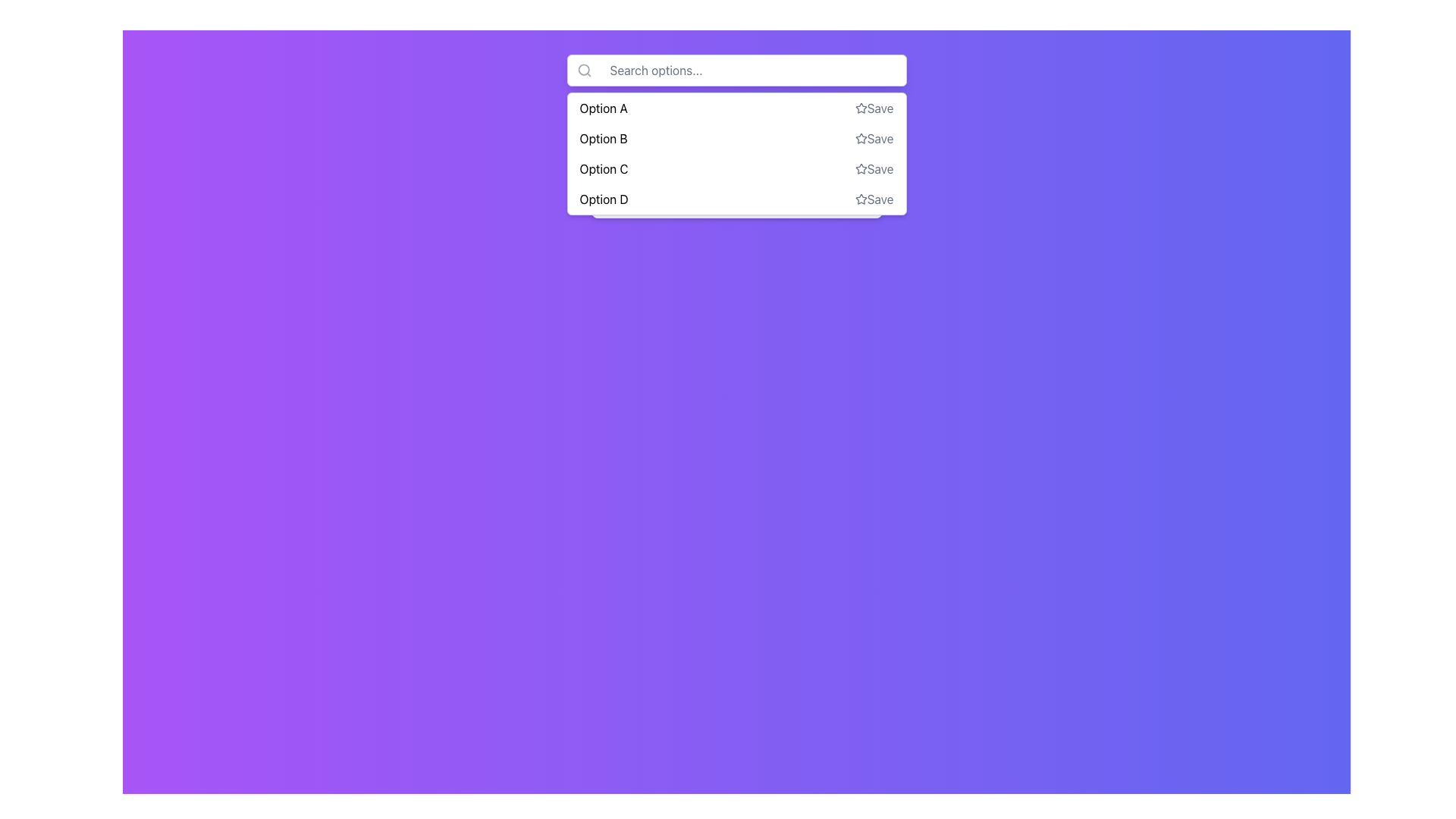  I want to click on the star icon located to the left of the 'Save' text within the fourth list item labeled 'Option D', so click(861, 198).